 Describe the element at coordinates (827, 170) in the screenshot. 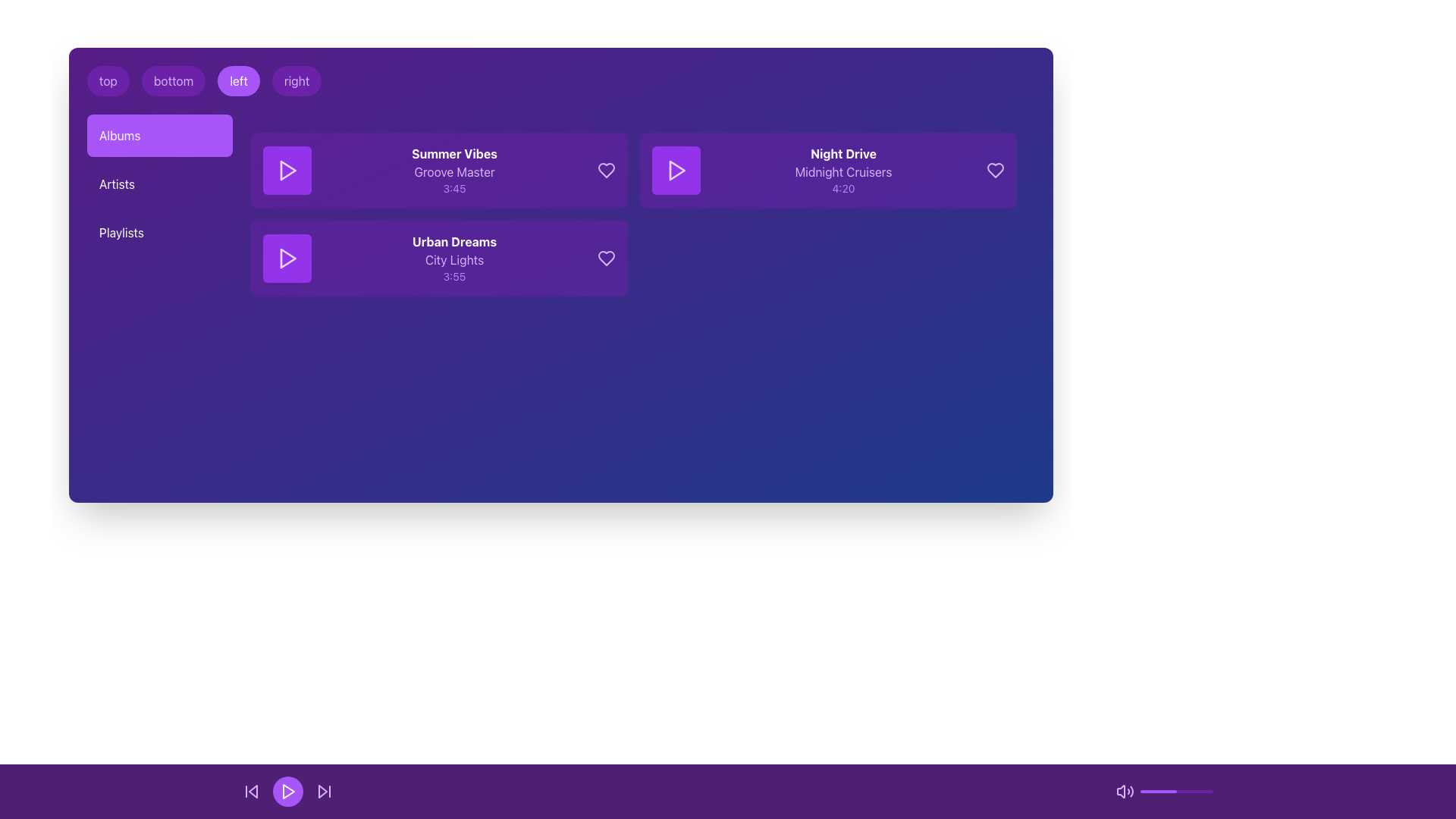

I see `the music track listing card titled 'Night Drive' by 'Midnight Cruisers'` at that location.